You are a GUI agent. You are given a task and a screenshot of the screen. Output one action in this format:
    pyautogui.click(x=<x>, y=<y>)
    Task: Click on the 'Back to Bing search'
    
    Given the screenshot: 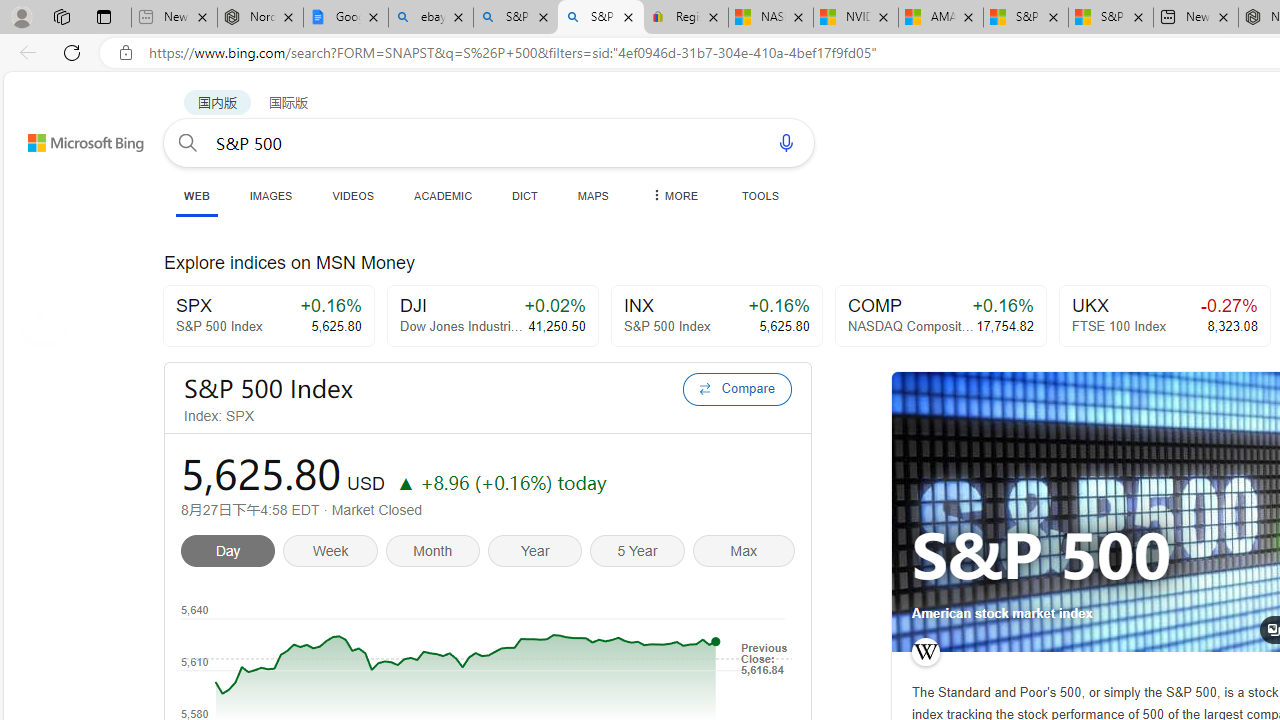 What is the action you would take?
    pyautogui.click(x=73, y=137)
    